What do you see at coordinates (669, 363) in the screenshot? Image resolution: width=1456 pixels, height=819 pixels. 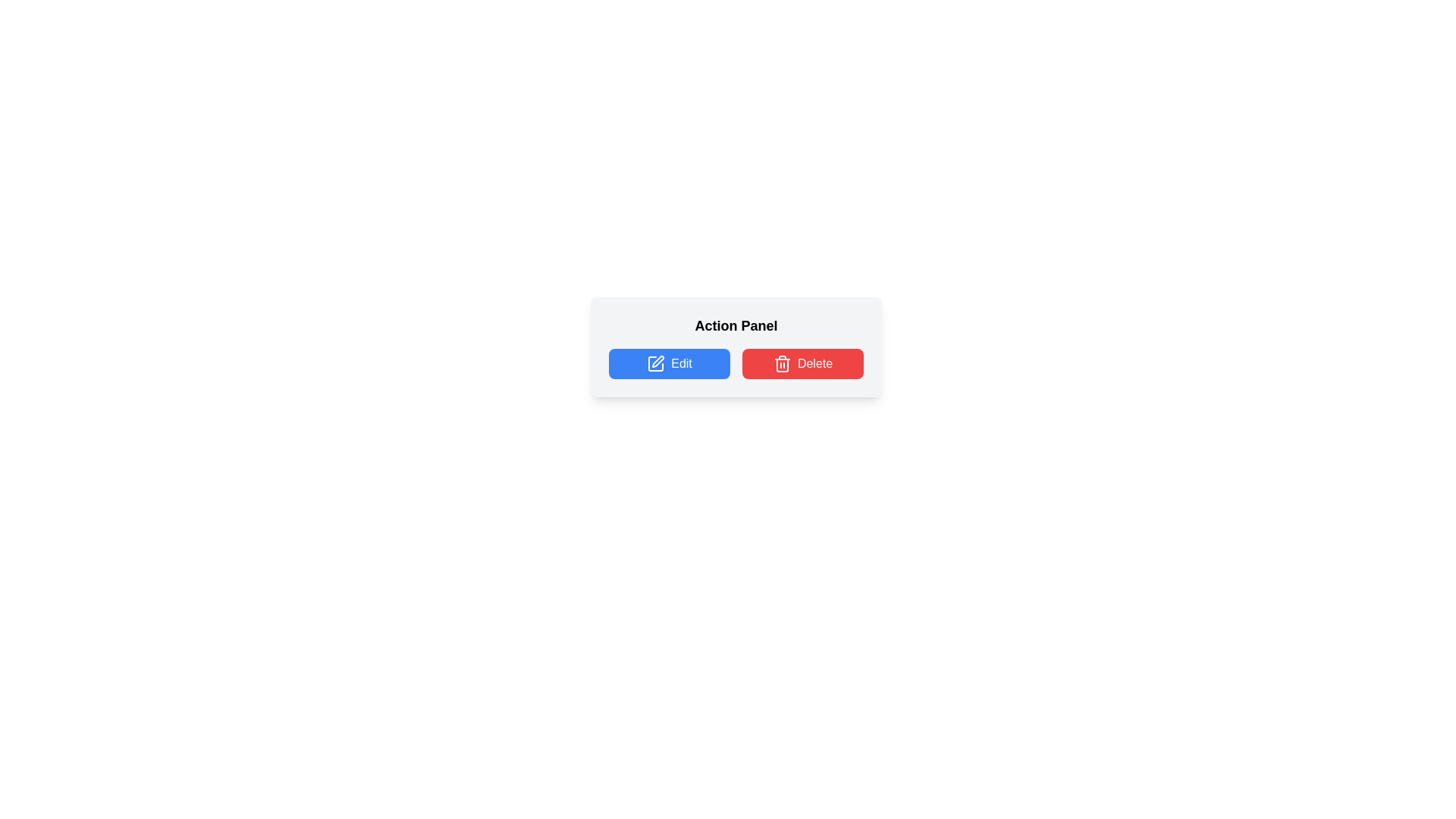 I see `keyboard navigation` at bounding box center [669, 363].